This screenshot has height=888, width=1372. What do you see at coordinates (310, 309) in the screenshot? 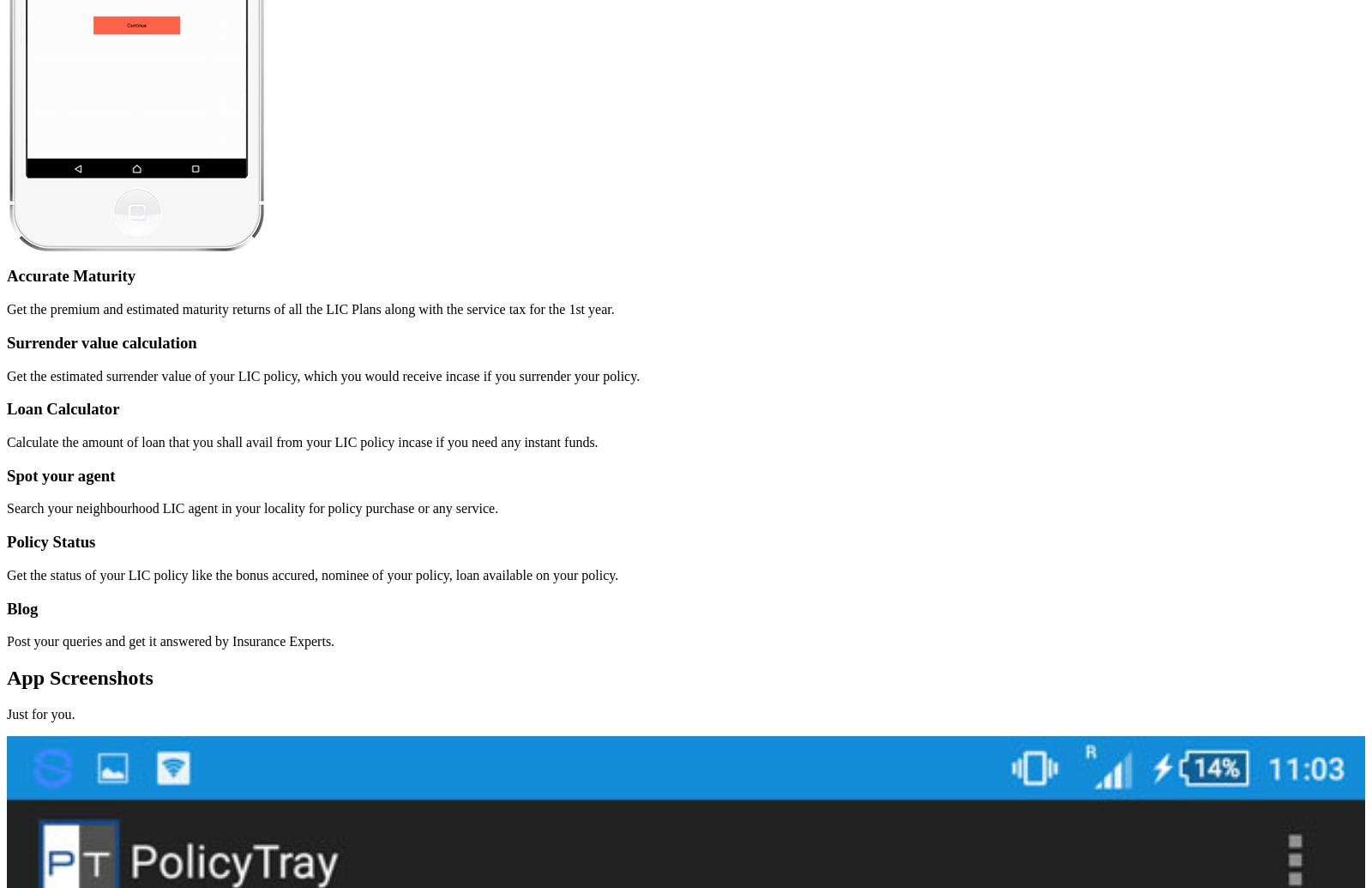
I see `'Get the premium and estimated maturity returns of all the LIC Plans along with the service tax for the 1st year.'` at bounding box center [310, 309].